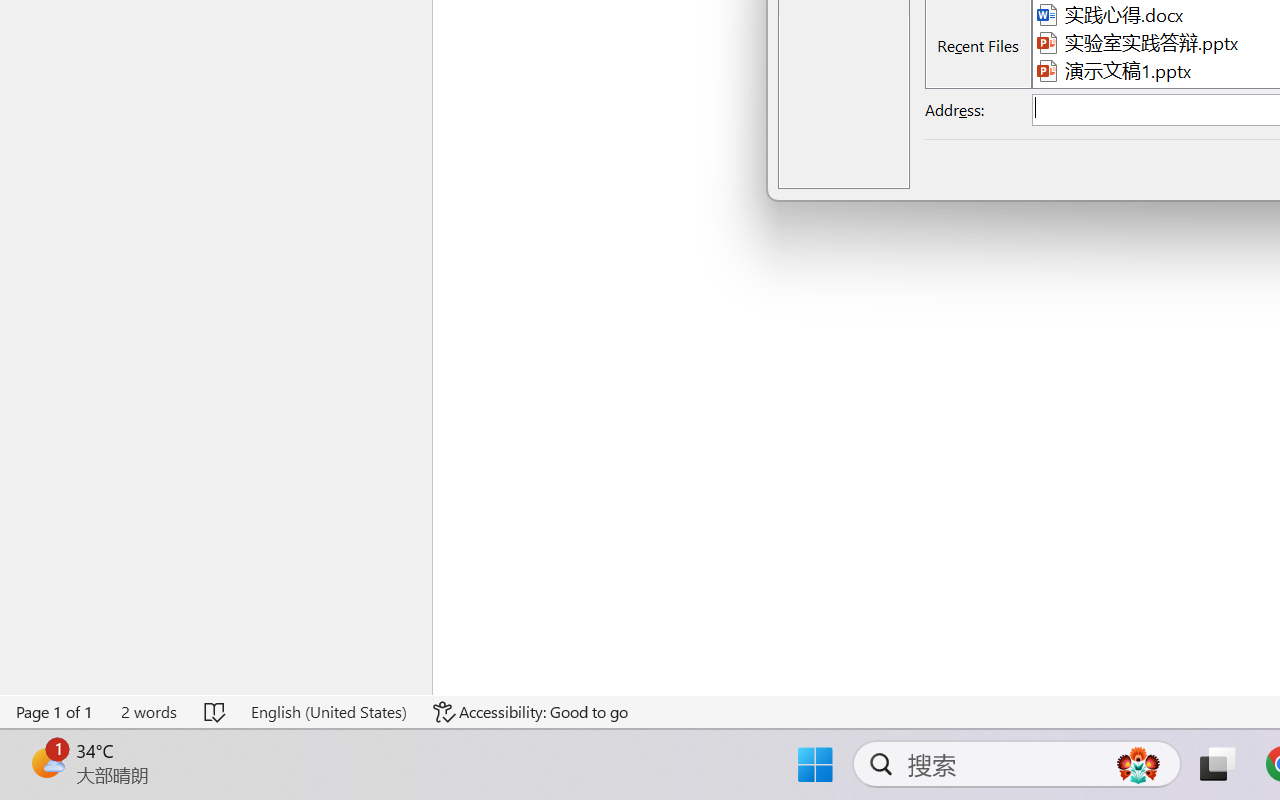  What do you see at coordinates (531, 711) in the screenshot?
I see `'Accessibility Checker Accessibility: Good to go'` at bounding box center [531, 711].